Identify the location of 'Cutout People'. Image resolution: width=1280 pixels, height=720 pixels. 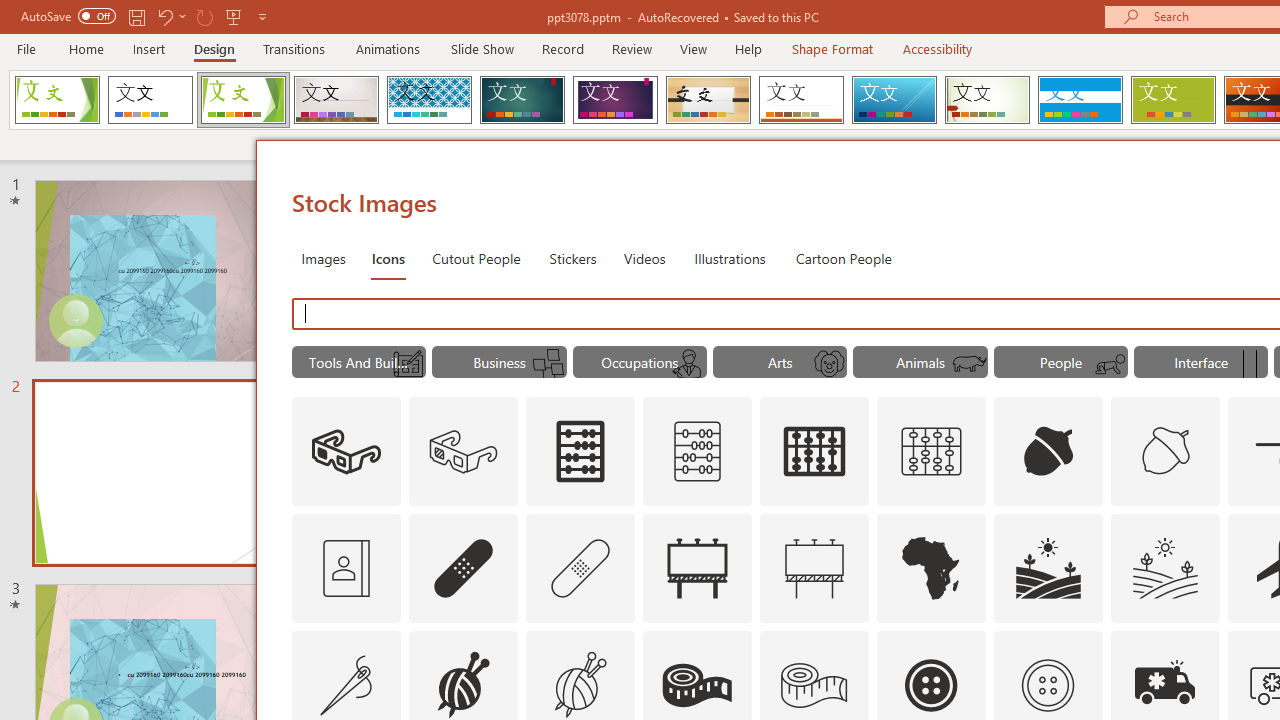
(476, 257).